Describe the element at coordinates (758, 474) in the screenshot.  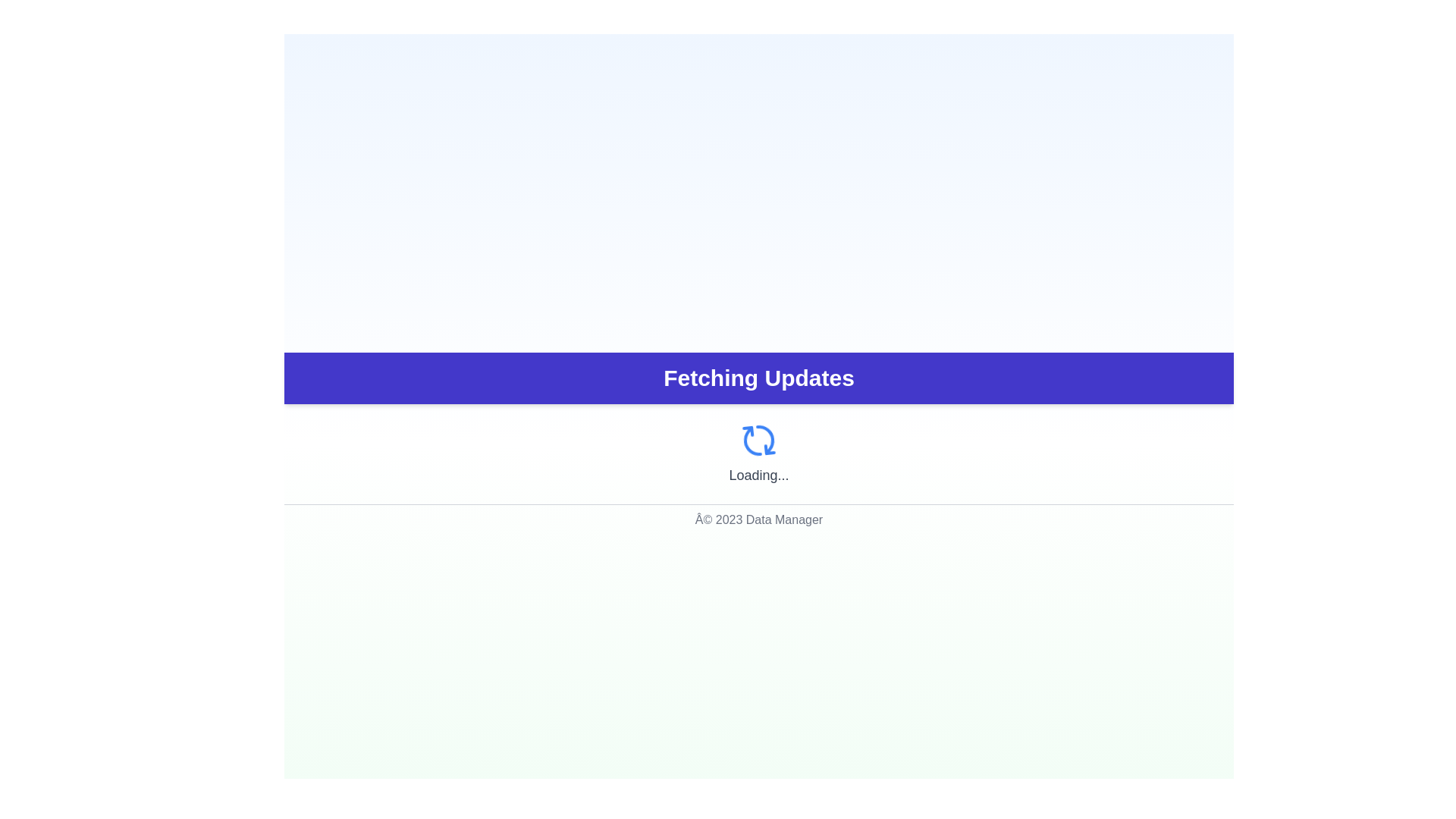
I see `the text label displaying 'Loading...' in gray color, located under the spinning circular icon and within a centered layout under the 'Fetching Updates' banner` at that location.